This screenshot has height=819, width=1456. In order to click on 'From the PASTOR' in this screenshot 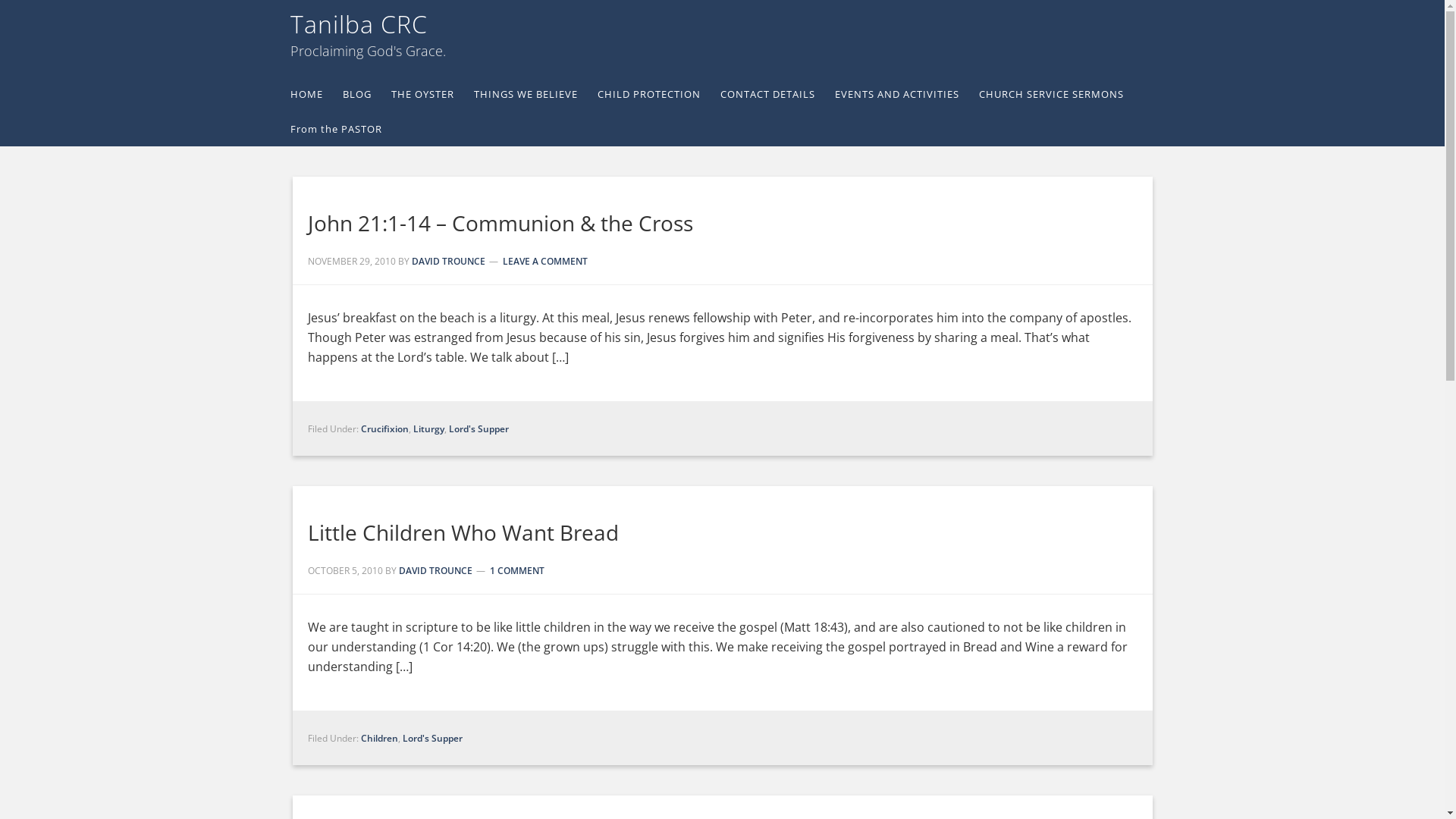, I will do `click(290, 128)`.